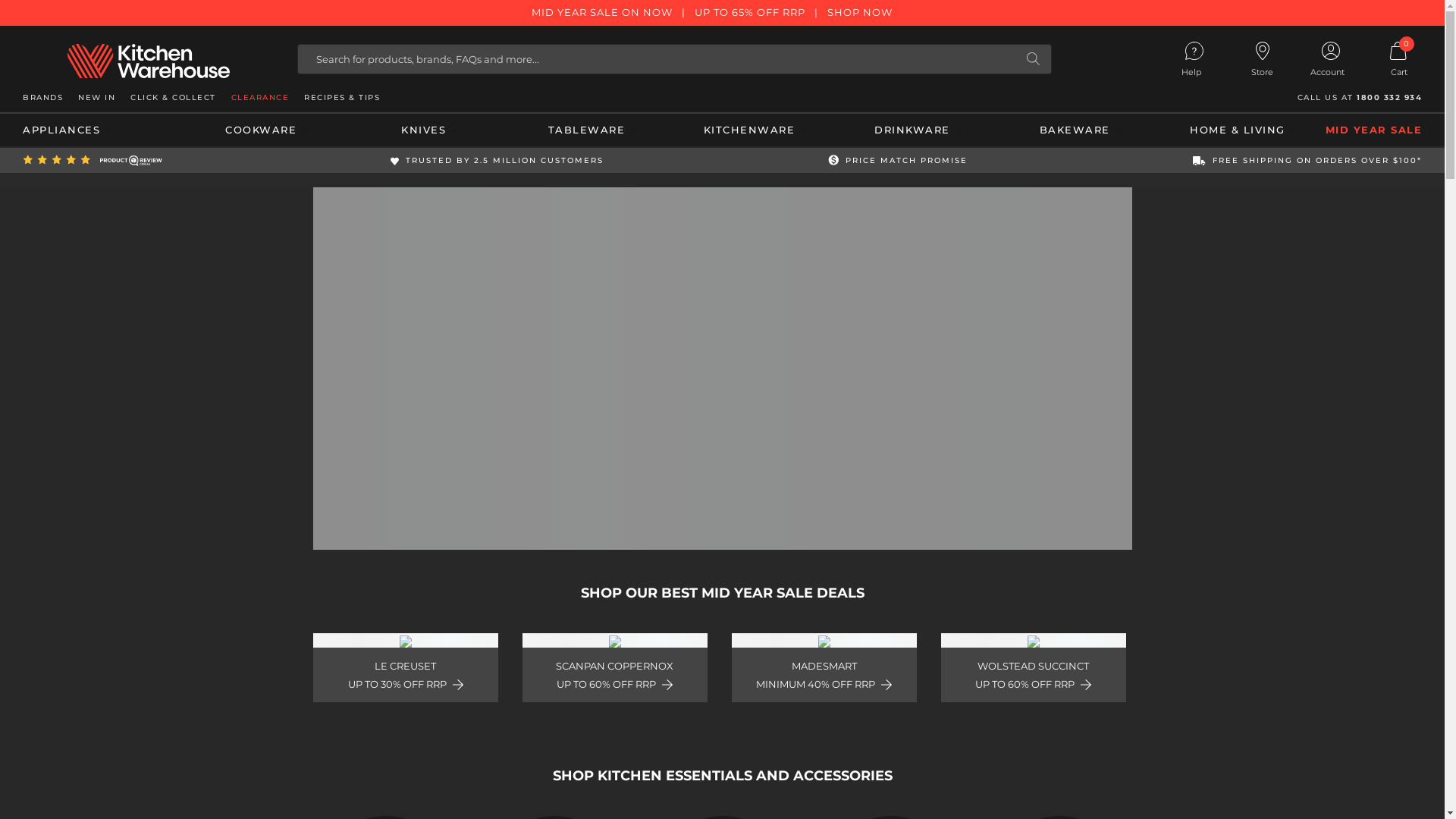 The image size is (1456, 819). Describe the element at coordinates (591, 130) in the screenshot. I see `'TABLEWARE'` at that location.